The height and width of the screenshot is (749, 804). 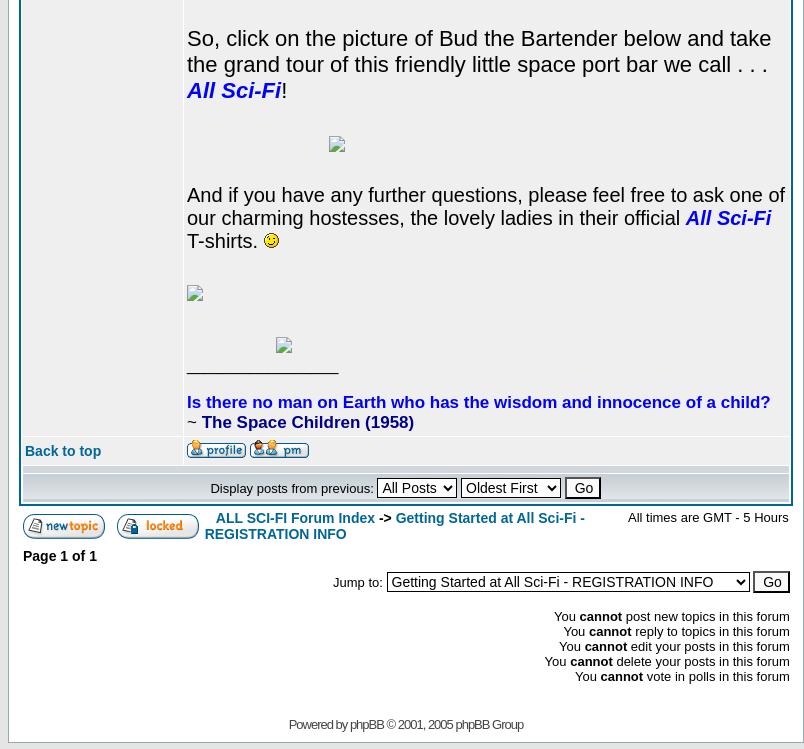 I want to click on 'Jump to:', so click(x=358, y=581).